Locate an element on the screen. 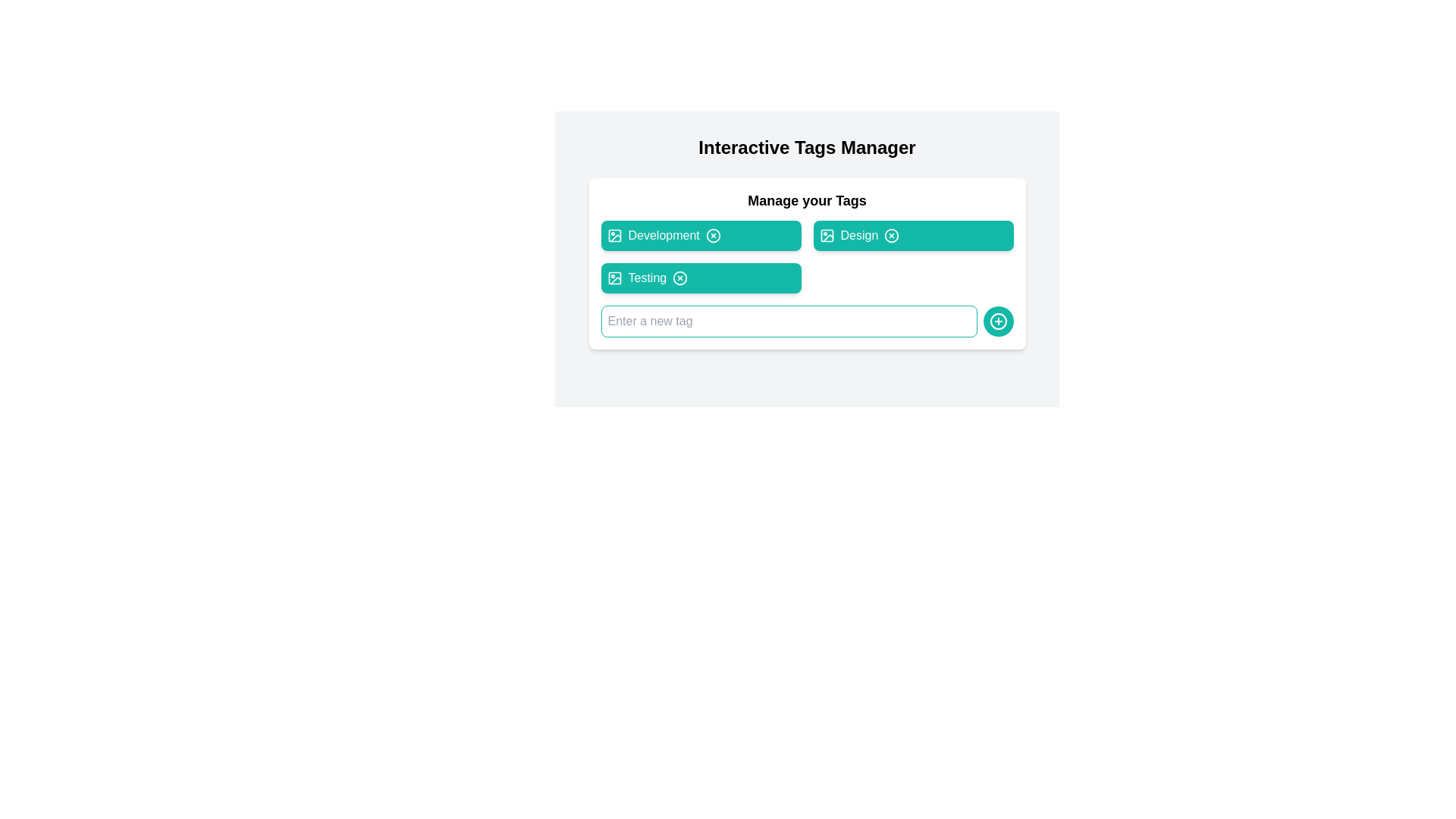  the circular icon button with an 'X' mark inside the teal-colored 'Design' button is located at coordinates (892, 236).